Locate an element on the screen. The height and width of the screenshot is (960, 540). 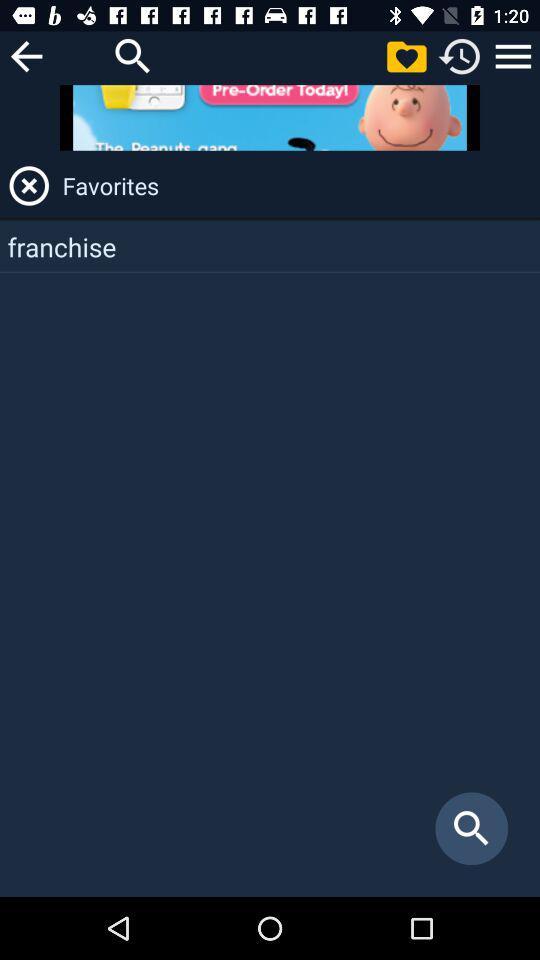
icon below the franchise item is located at coordinates (471, 828).